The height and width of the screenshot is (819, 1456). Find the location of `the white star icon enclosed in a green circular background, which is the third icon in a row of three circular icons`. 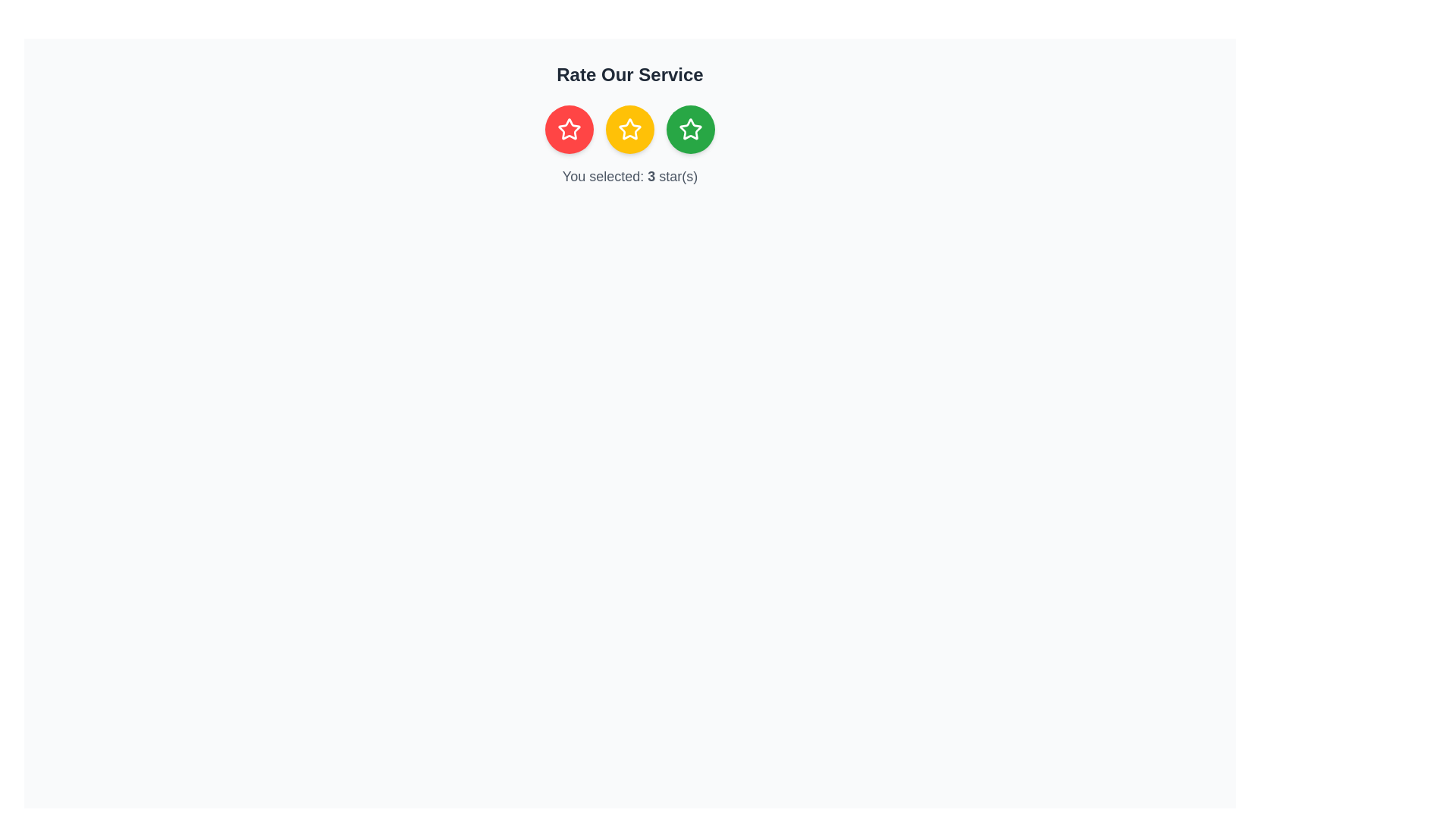

the white star icon enclosed in a green circular background, which is the third icon in a row of three circular icons is located at coordinates (690, 128).